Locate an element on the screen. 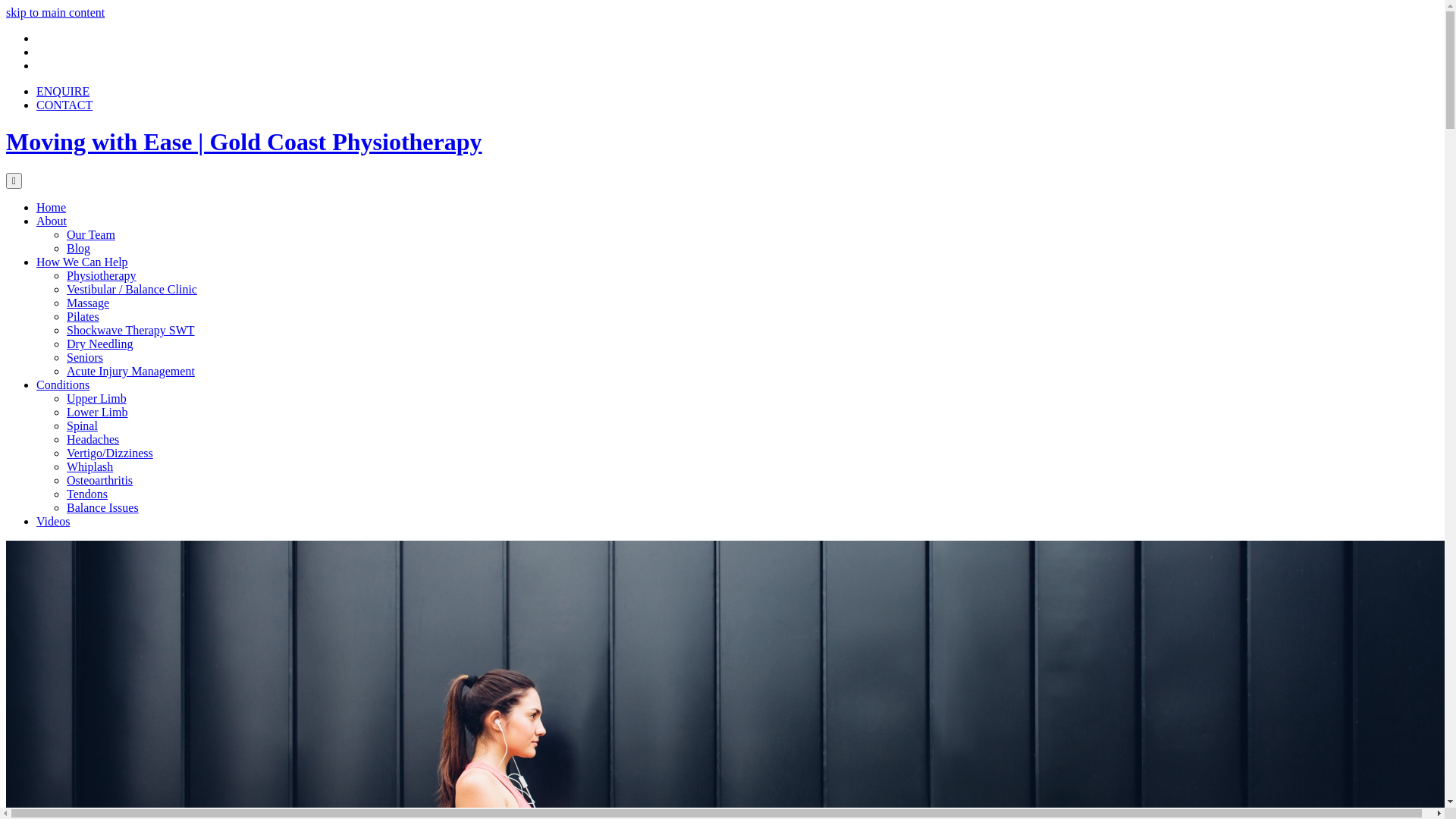 The image size is (1456, 819). 'Moving with Ease | Gold Coast Physiotherapy' is located at coordinates (243, 141).